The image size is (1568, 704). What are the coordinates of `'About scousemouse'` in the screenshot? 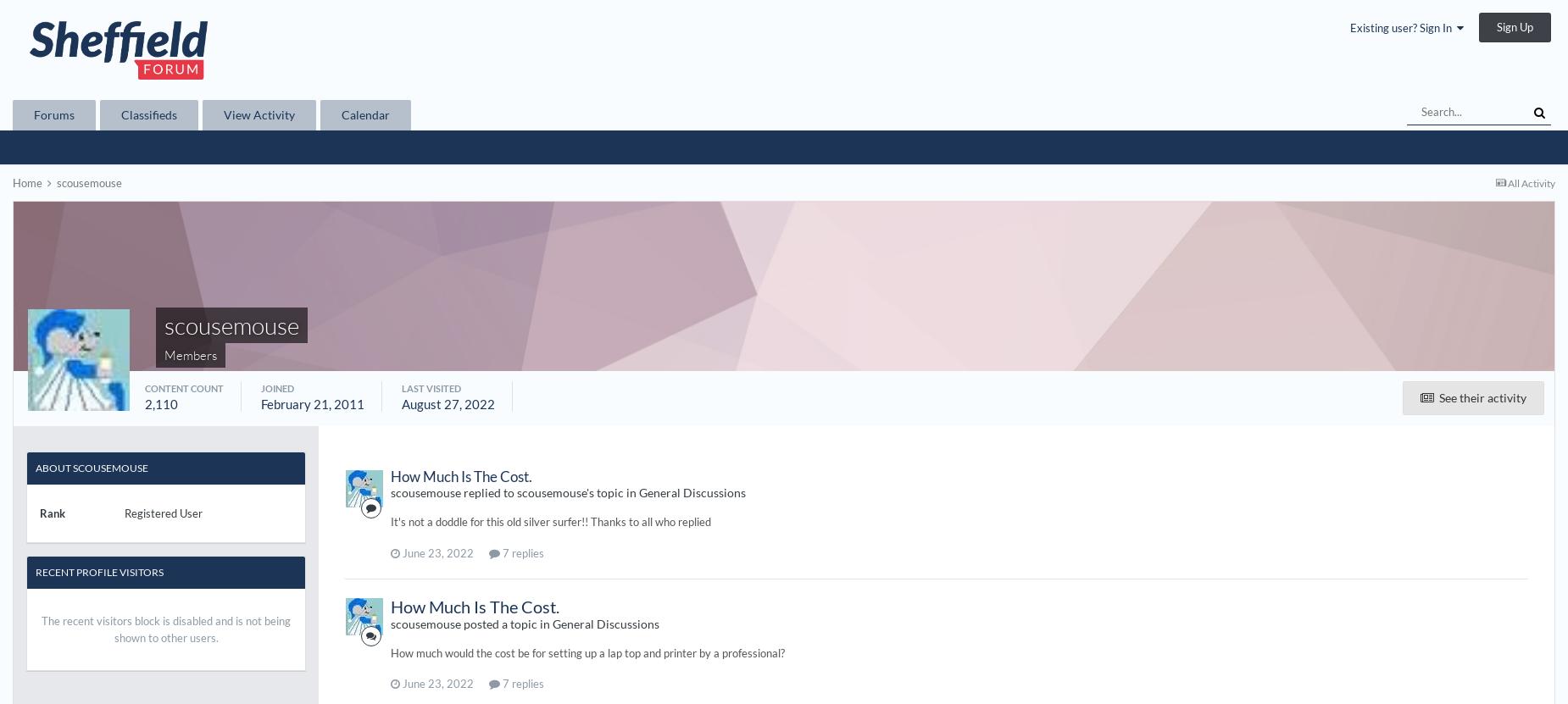 It's located at (91, 467).